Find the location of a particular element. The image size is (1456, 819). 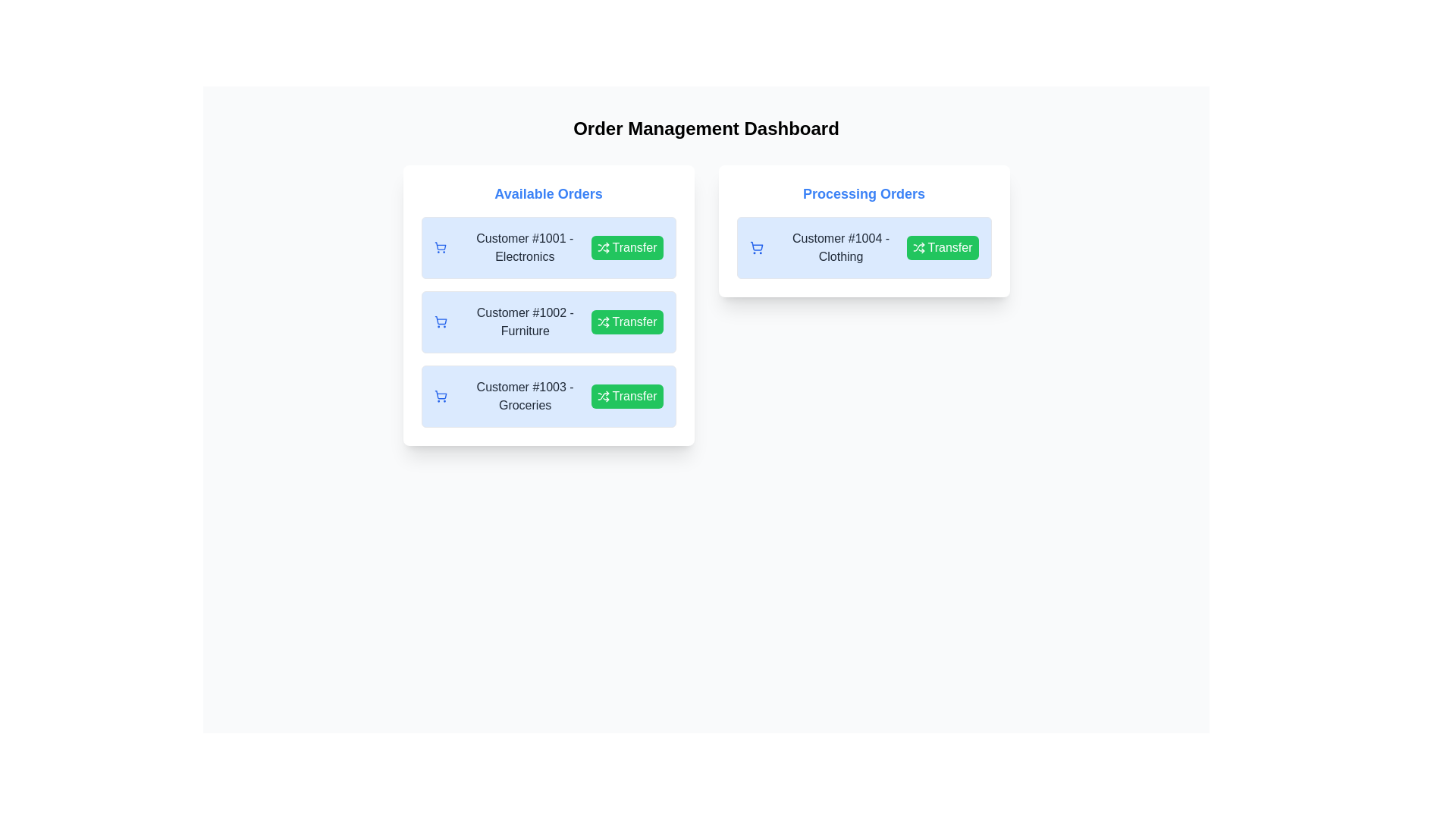

the 'Transfer' button is located at coordinates (626, 321).